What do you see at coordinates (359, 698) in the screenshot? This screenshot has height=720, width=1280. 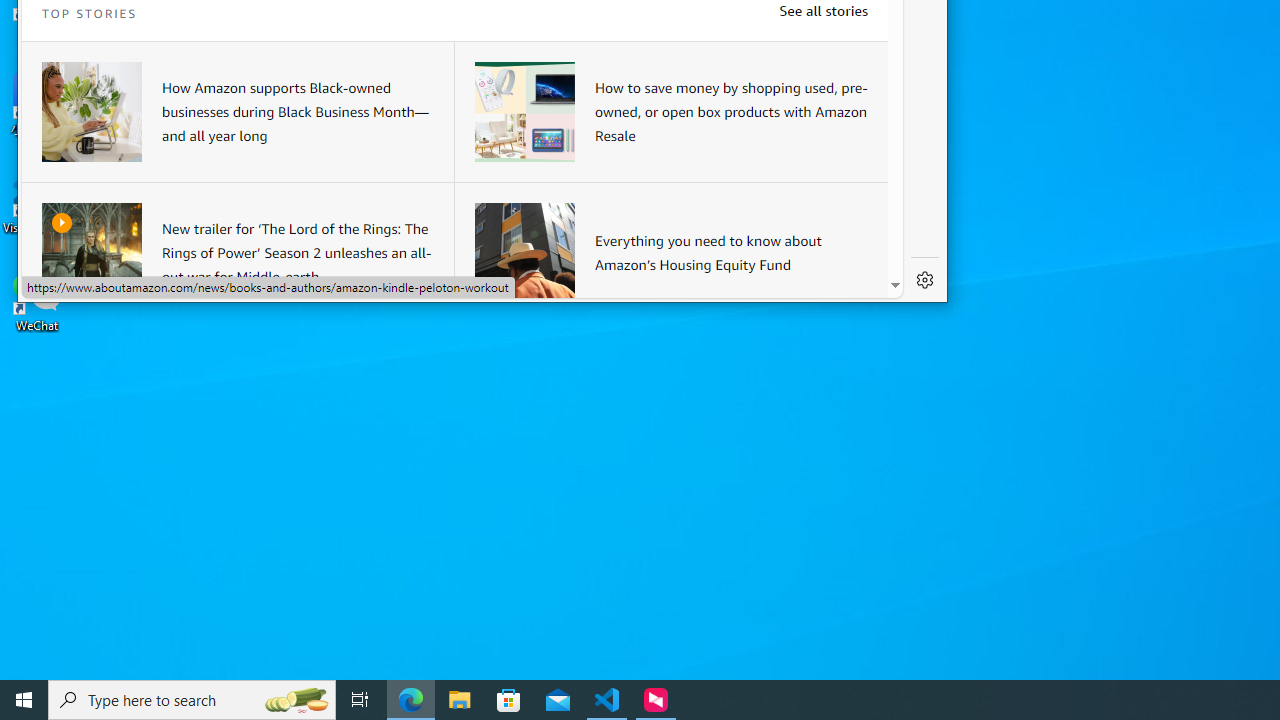 I see `'Task View'` at bounding box center [359, 698].